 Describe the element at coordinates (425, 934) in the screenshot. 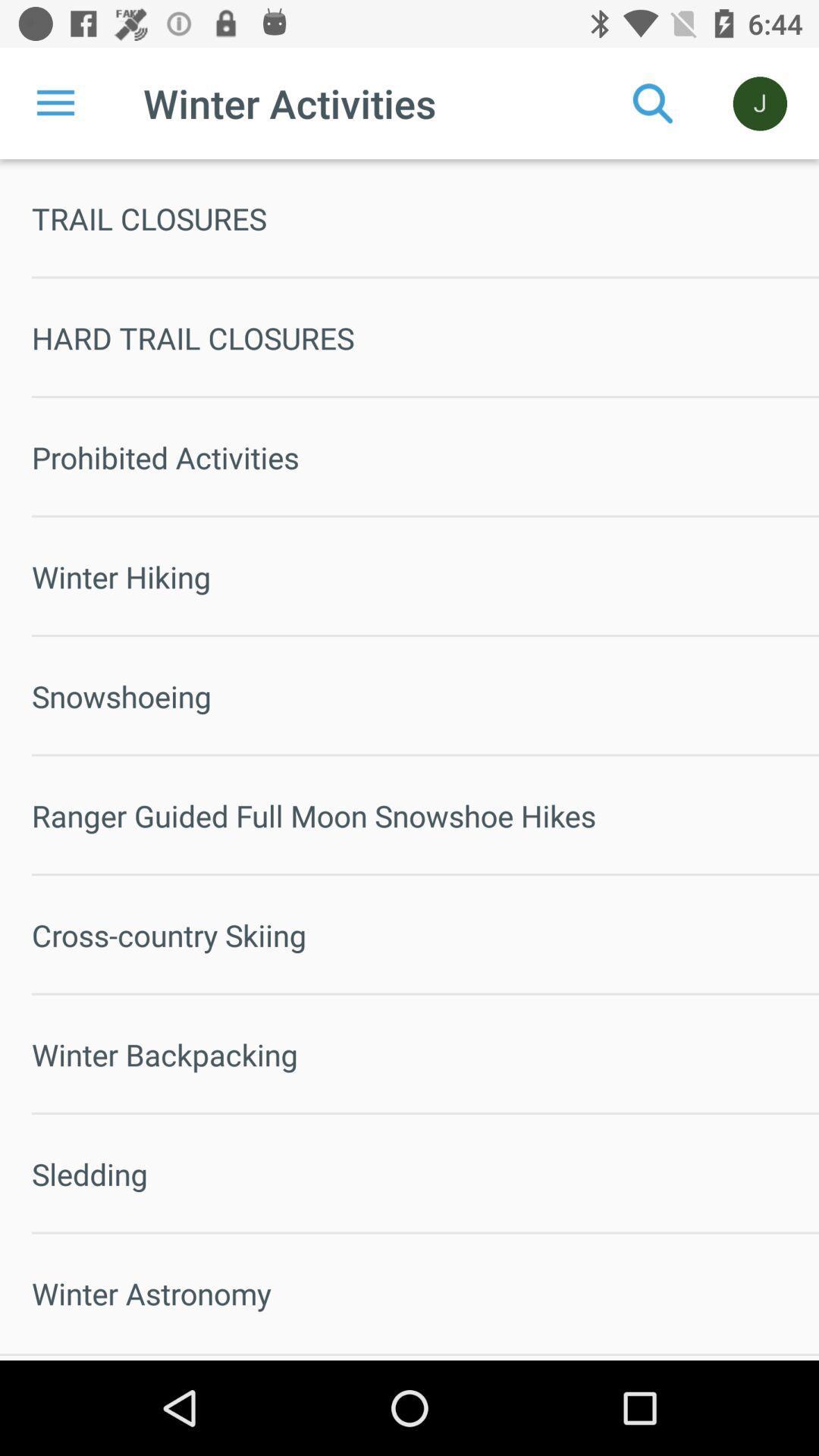

I see `cross-country skiing` at that location.